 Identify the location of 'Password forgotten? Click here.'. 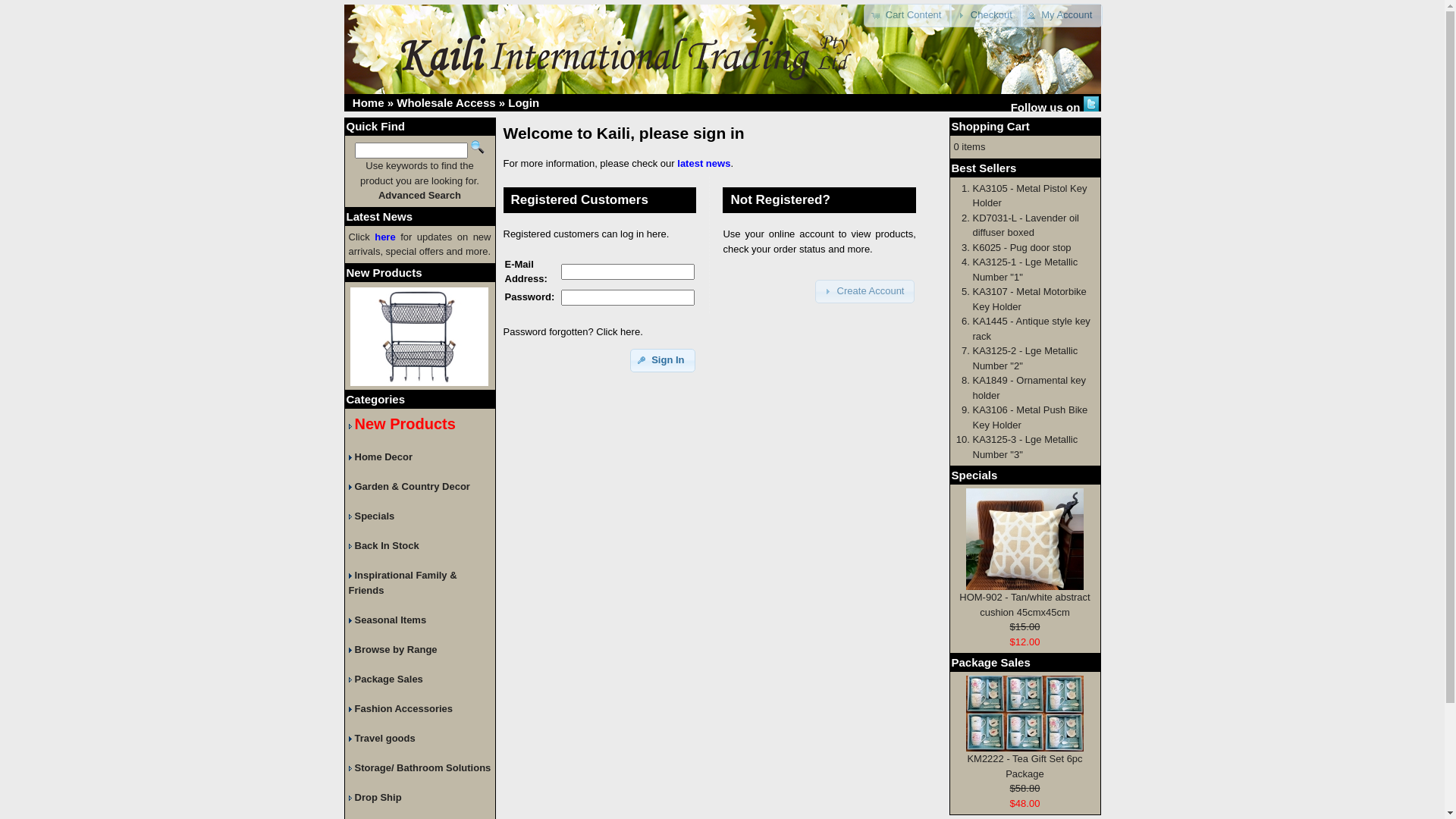
(572, 331).